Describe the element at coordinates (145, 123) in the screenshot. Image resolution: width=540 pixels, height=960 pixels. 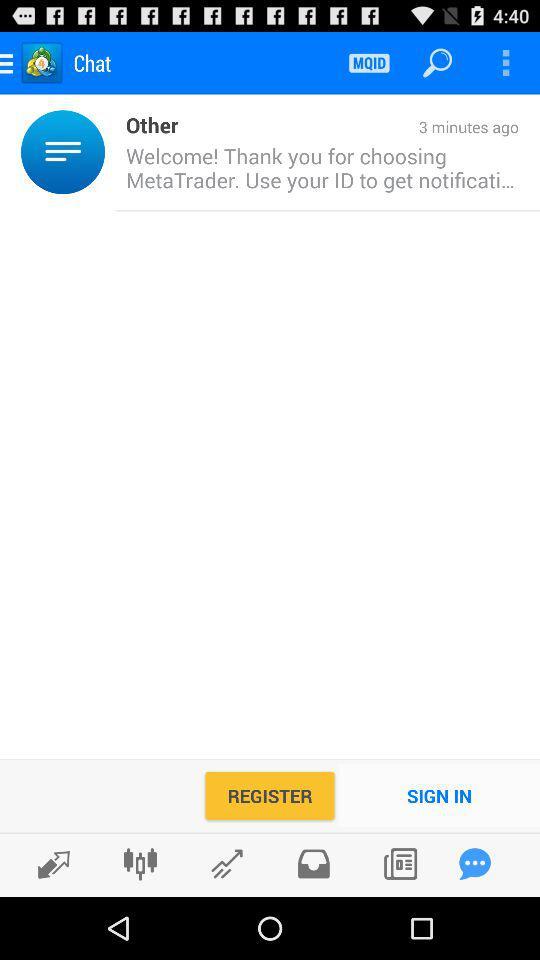
I see `item to the left of 3 minutes ago` at that location.